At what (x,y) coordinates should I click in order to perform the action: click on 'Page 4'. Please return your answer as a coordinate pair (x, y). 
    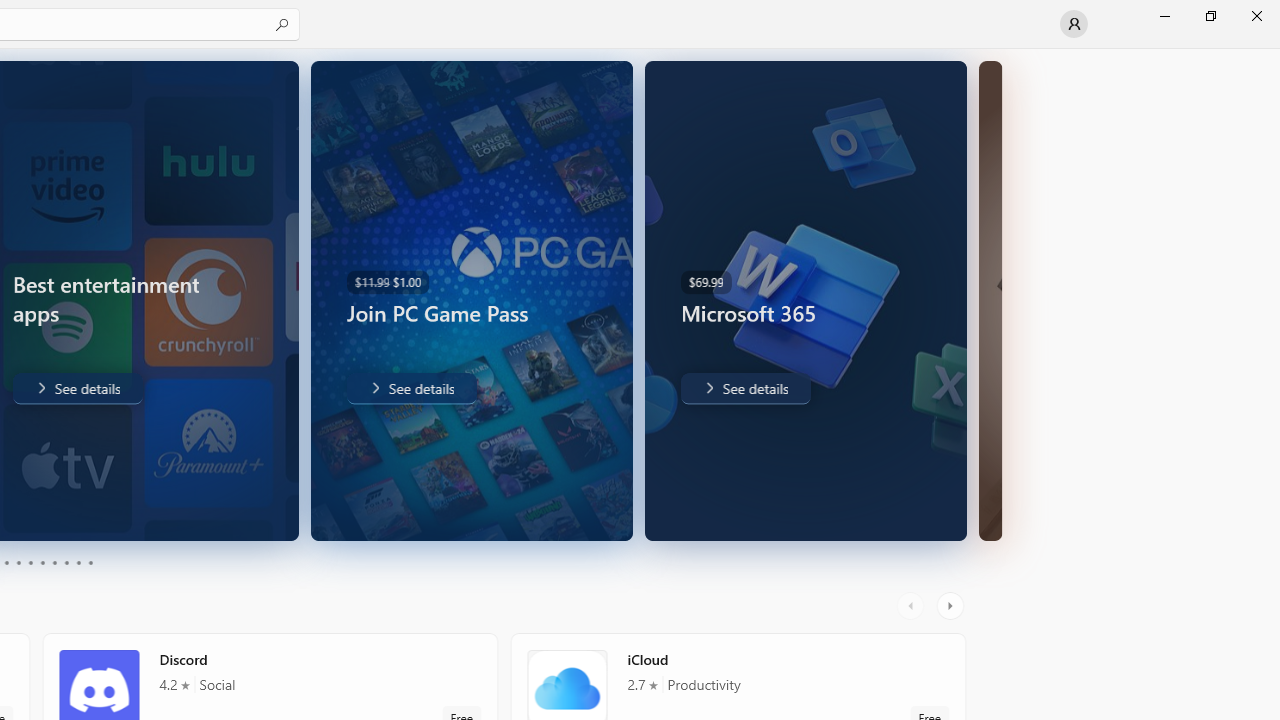
    Looking at the image, I should click on (17, 563).